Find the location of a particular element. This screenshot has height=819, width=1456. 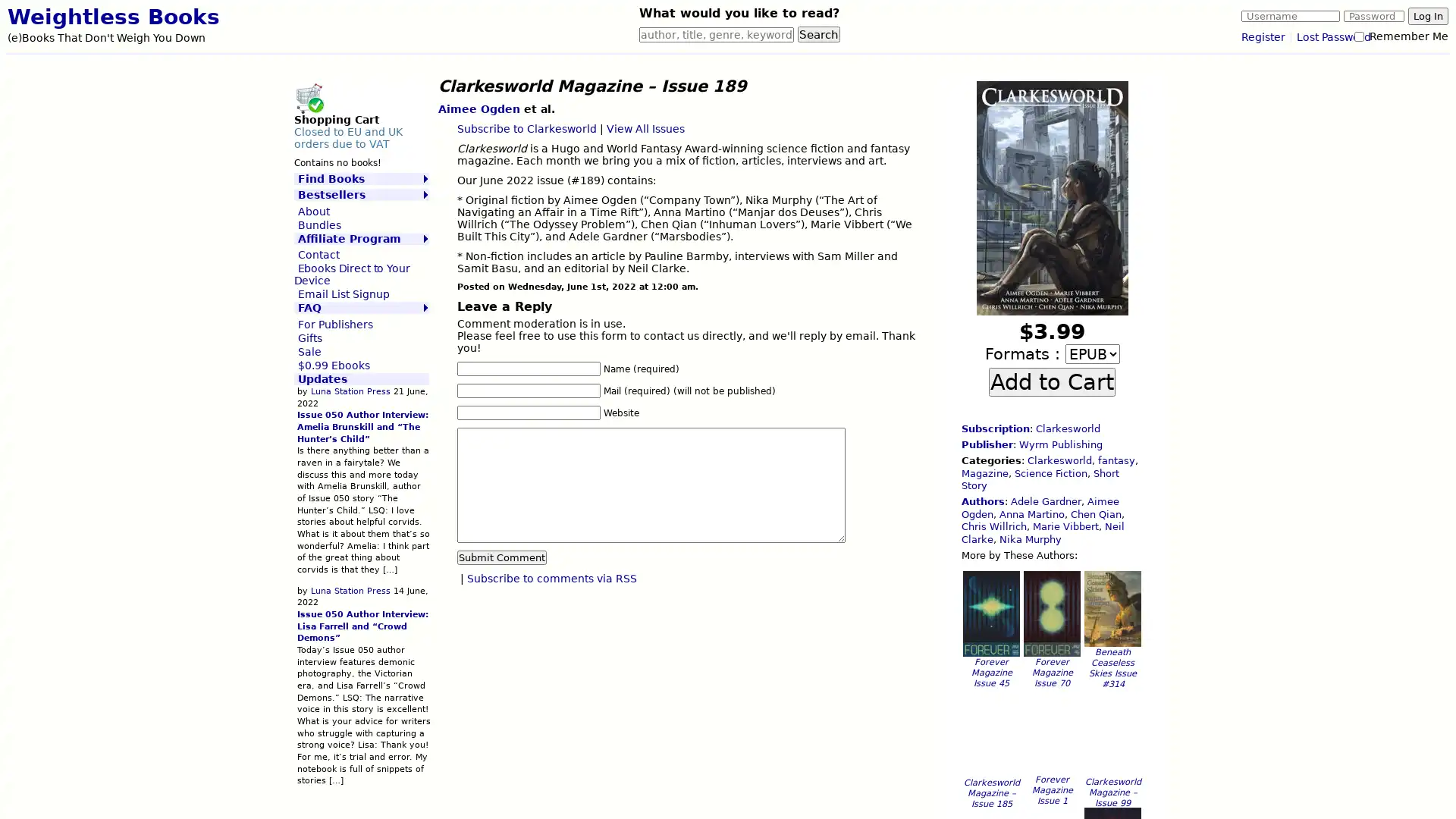

Search is located at coordinates (818, 34).